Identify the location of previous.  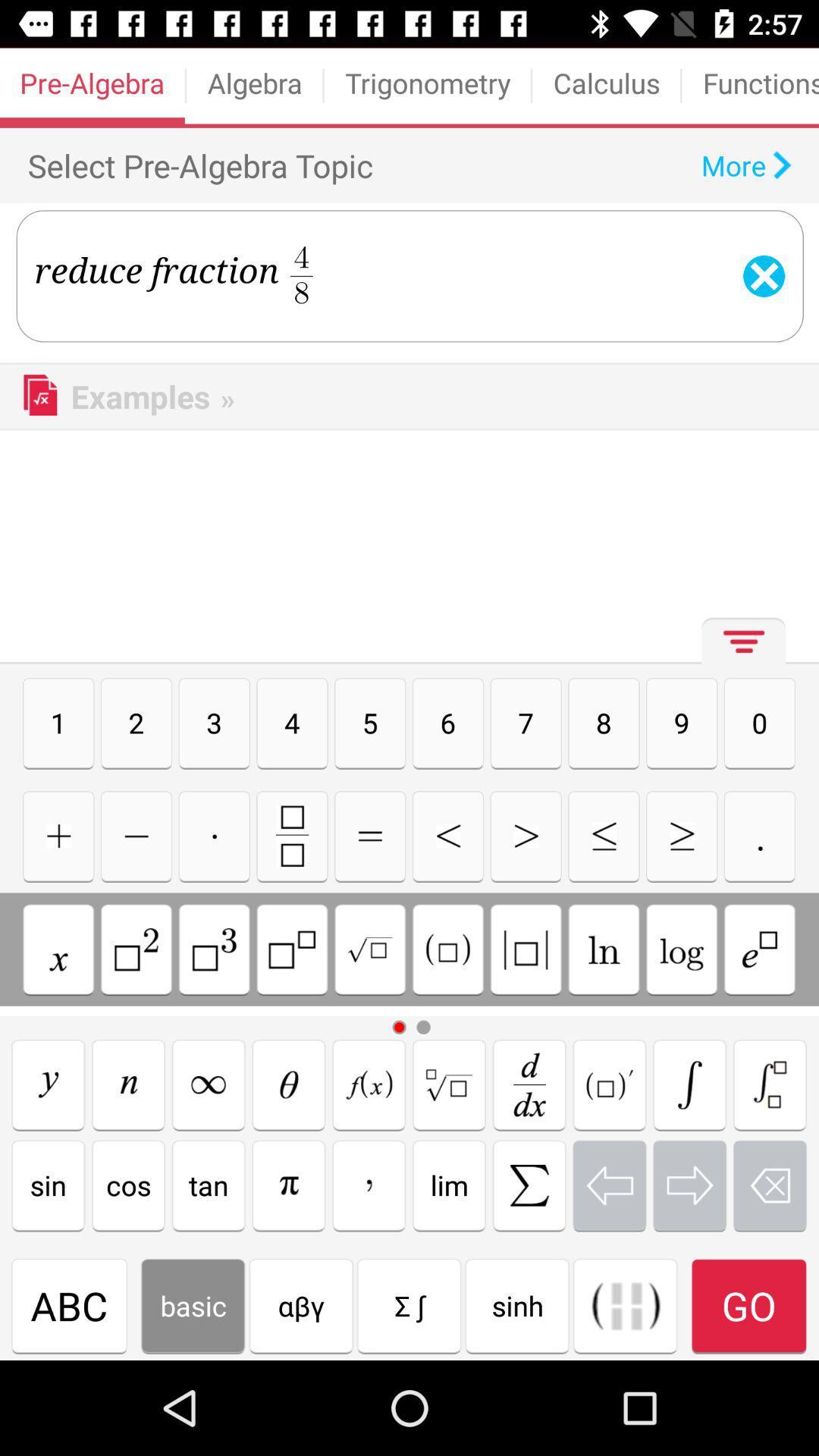
(608, 1185).